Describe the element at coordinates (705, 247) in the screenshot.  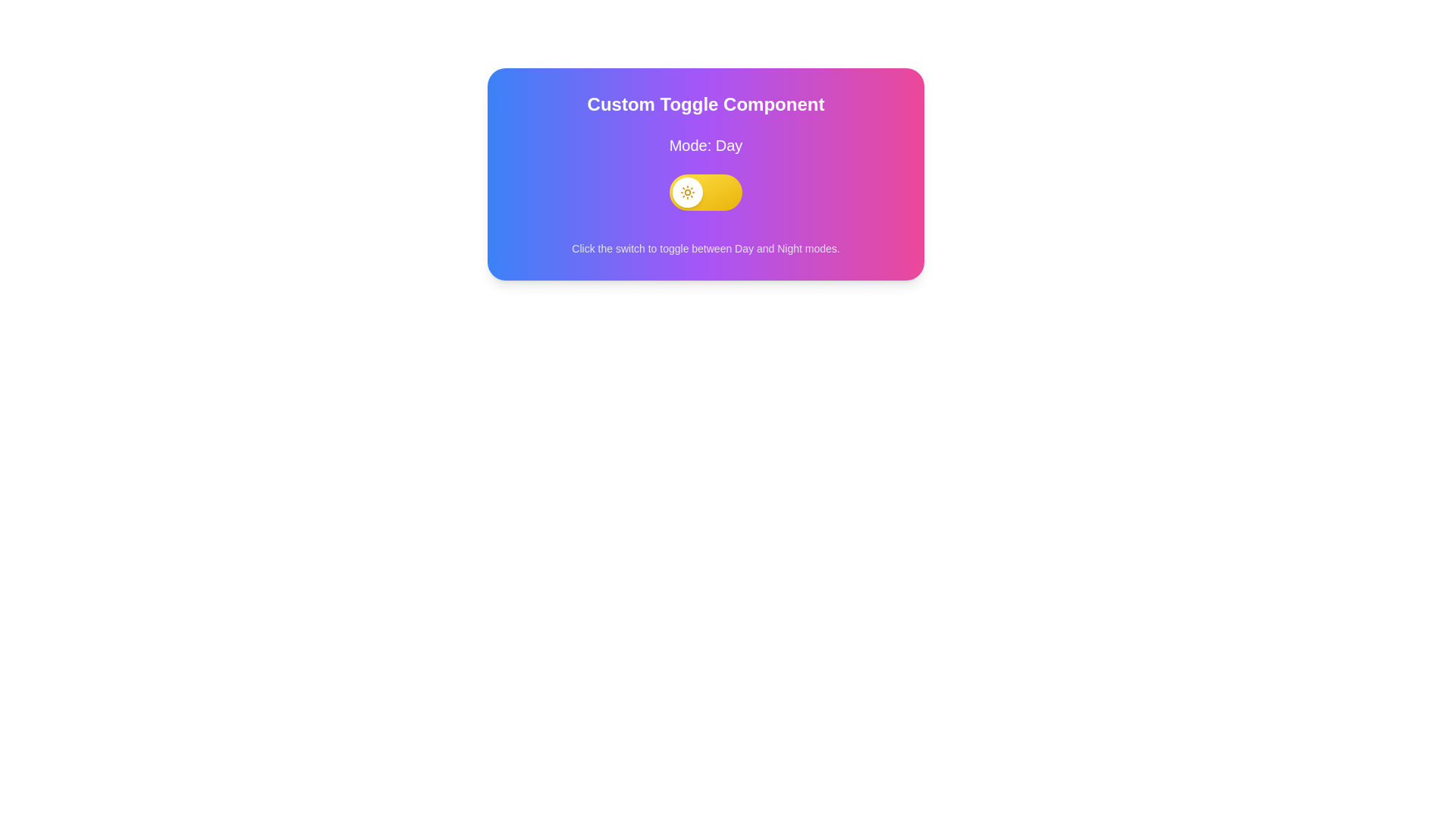
I see `instructions displayed in the text label that says 'Click the switch to toggle between Day and Night modes.'` at that location.